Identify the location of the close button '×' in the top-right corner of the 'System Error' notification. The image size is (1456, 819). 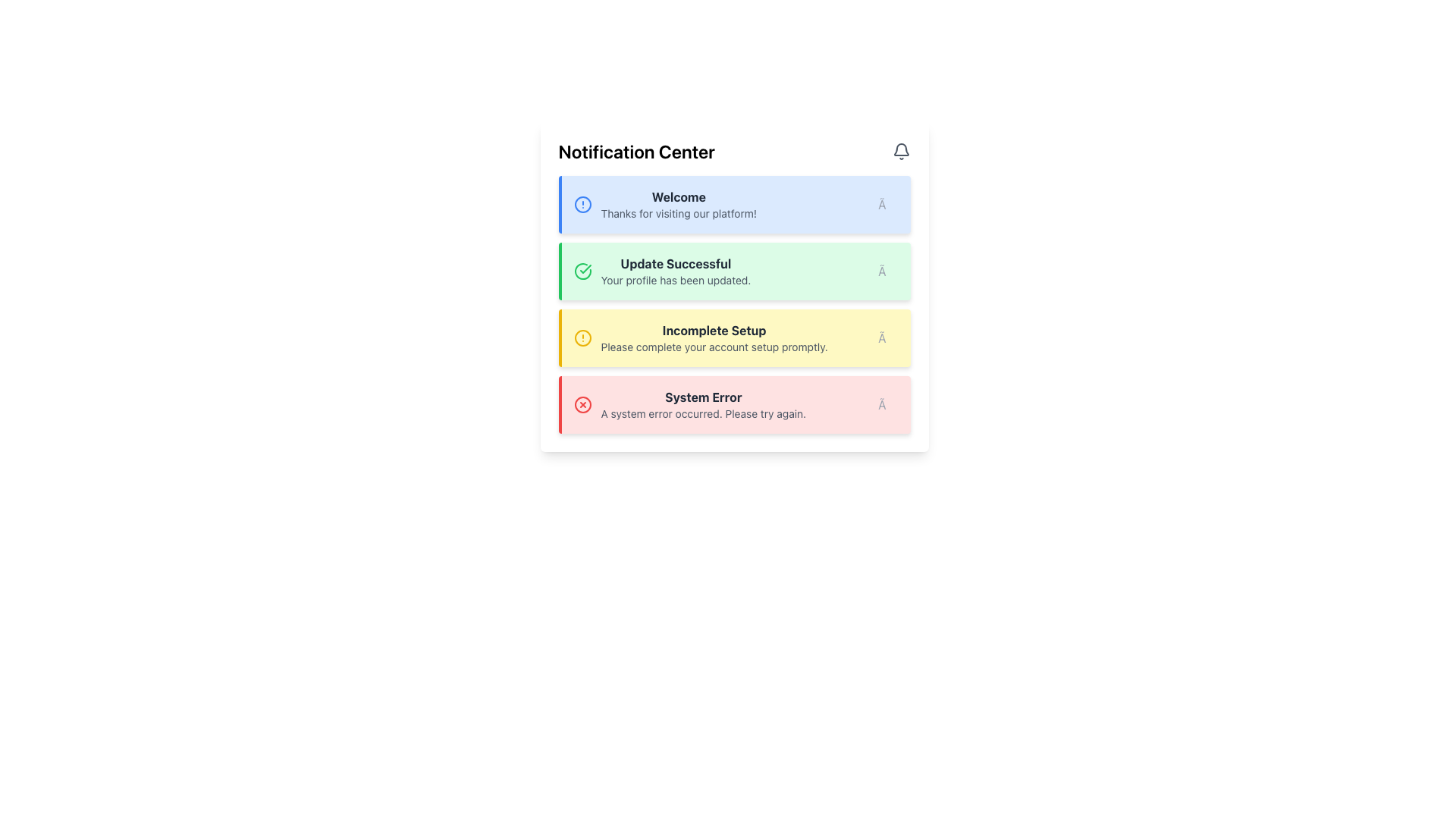
(888, 403).